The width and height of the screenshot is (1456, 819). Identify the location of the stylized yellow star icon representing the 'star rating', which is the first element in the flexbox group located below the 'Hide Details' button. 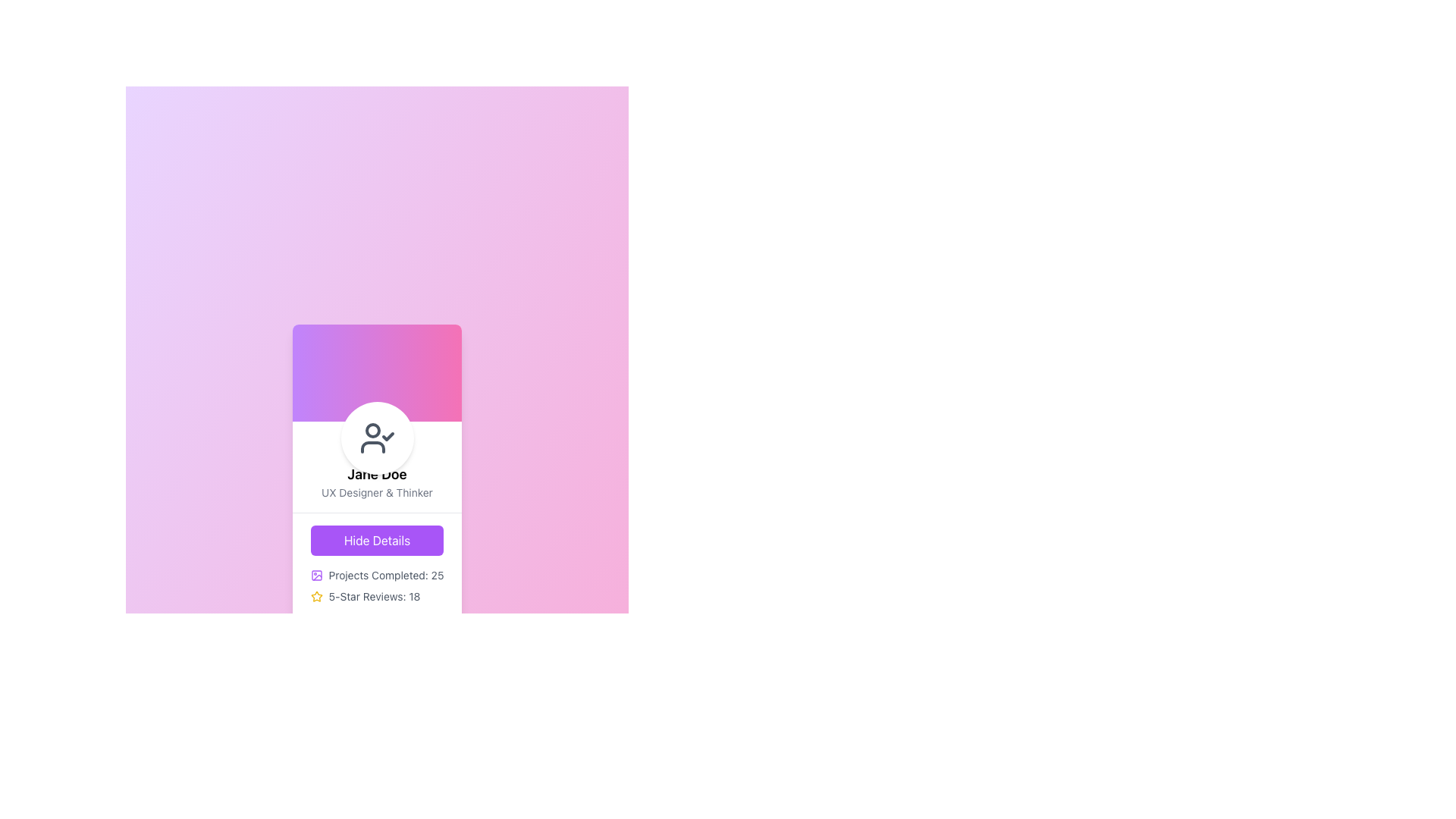
(315, 595).